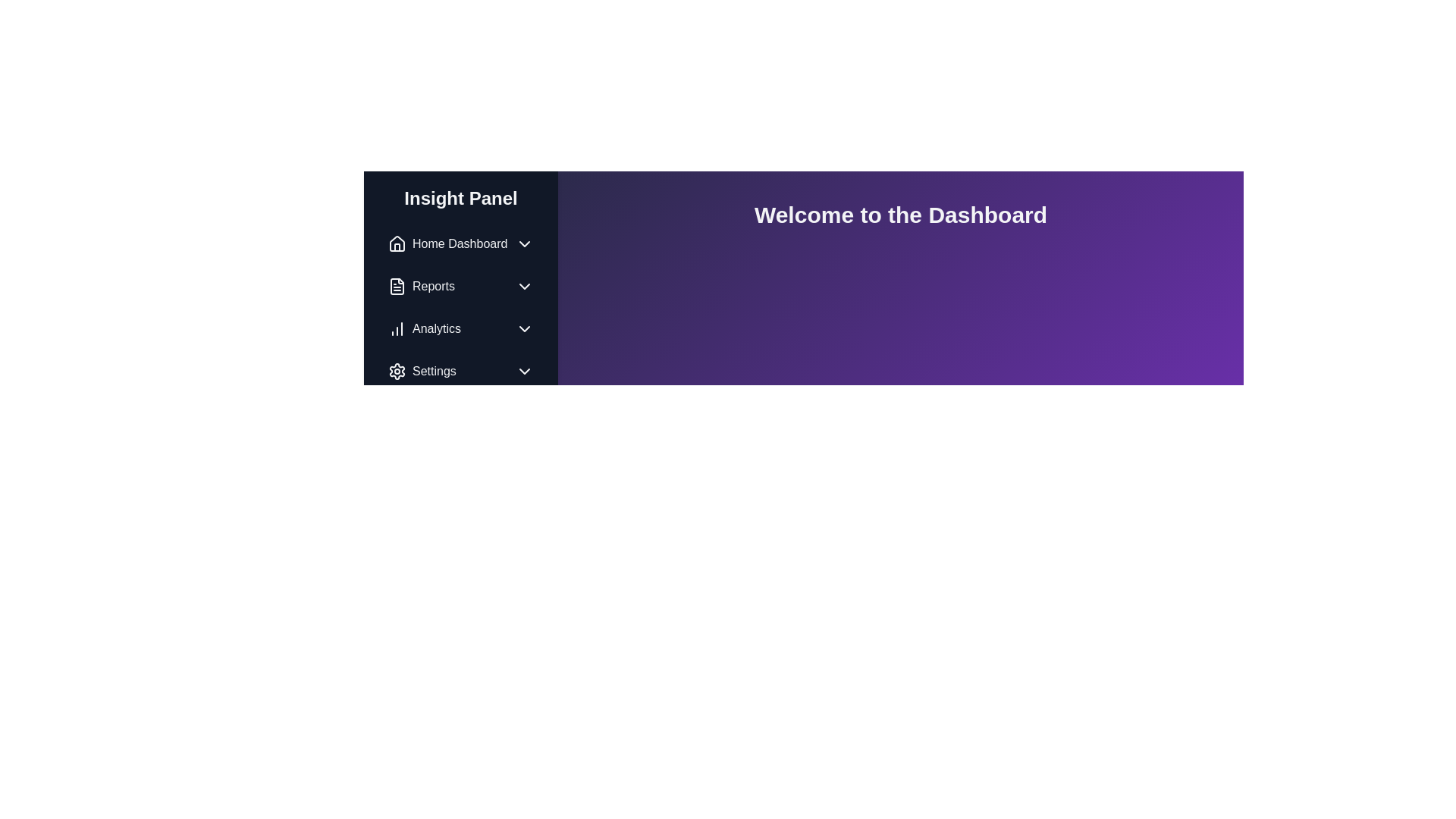 The height and width of the screenshot is (819, 1456). What do you see at coordinates (397, 243) in the screenshot?
I see `the house icon located to the left of the 'Home Dashboard' text in the left-hand navigation panel` at bounding box center [397, 243].